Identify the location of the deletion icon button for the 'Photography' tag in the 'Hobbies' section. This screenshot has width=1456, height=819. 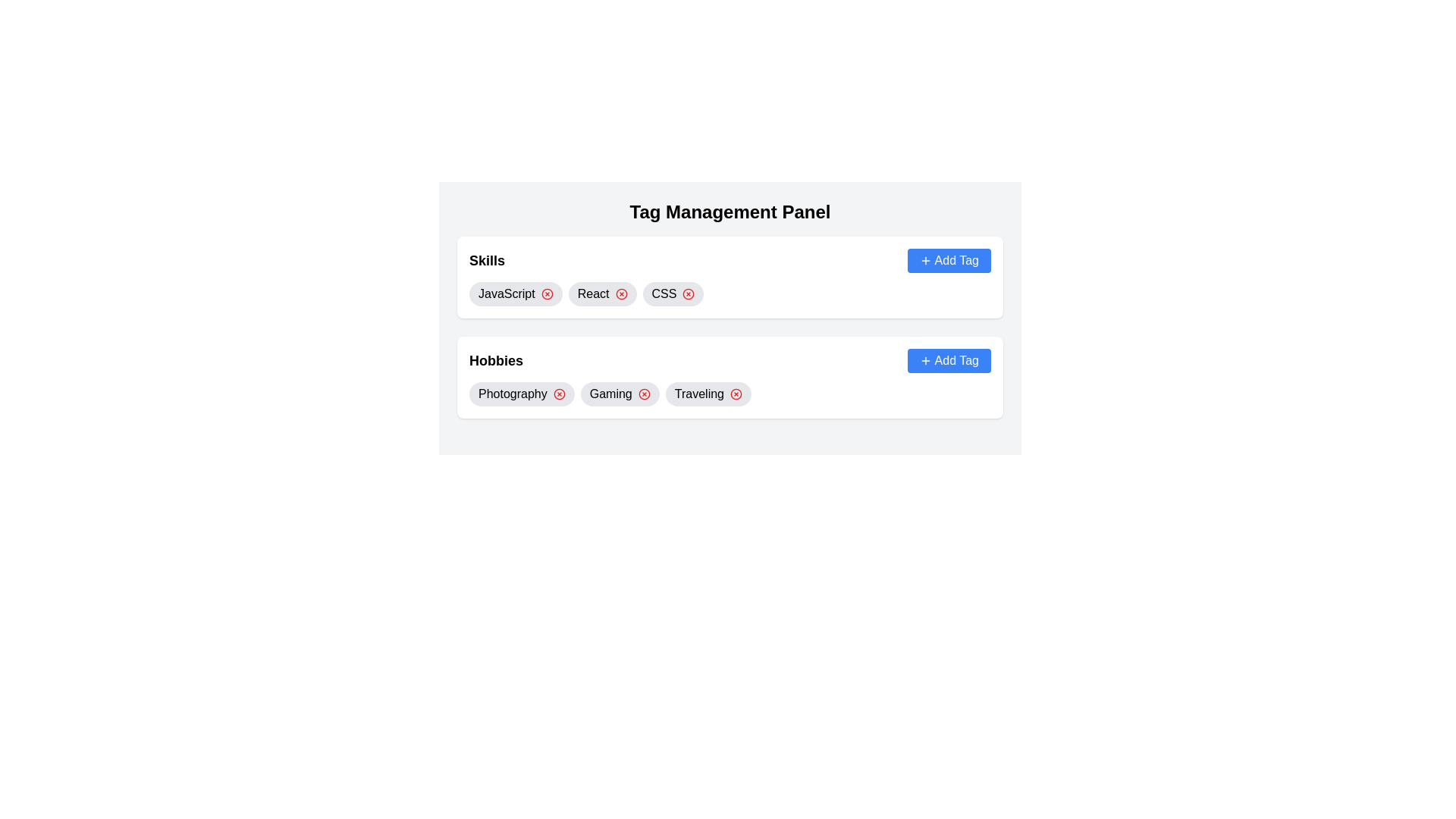
(558, 394).